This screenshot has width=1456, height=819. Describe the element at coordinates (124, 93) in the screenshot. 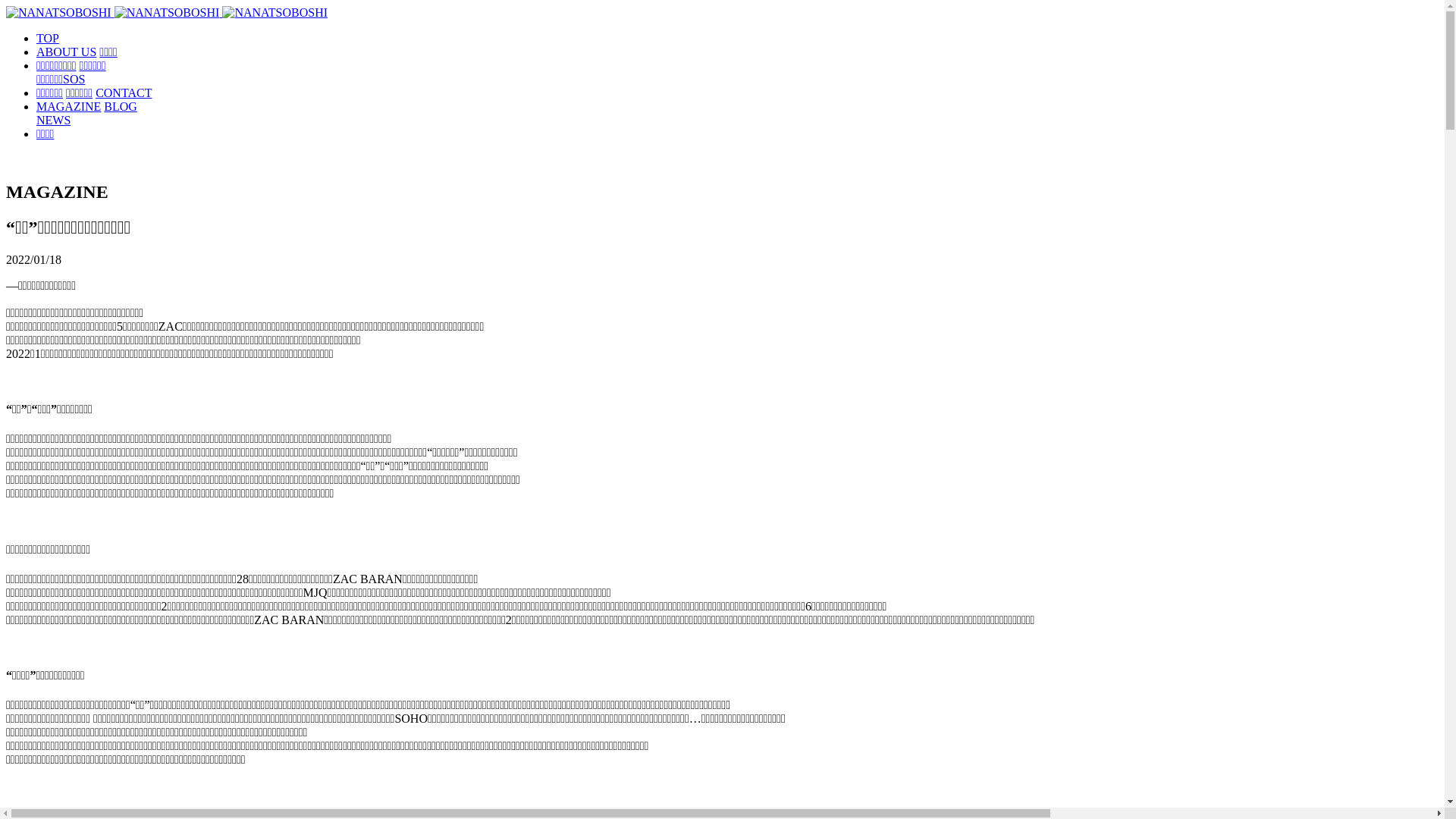

I see `'CONTACT'` at that location.